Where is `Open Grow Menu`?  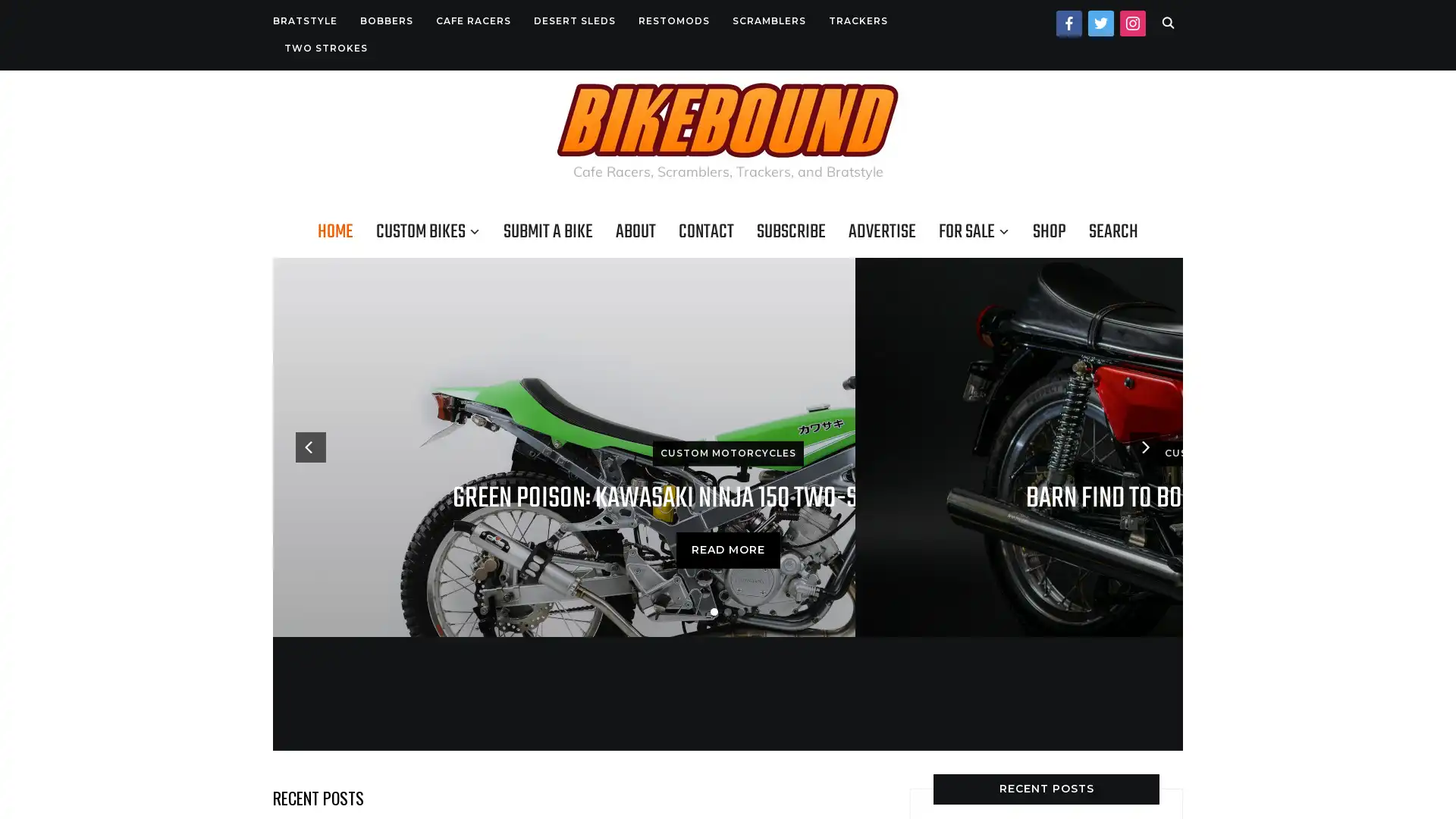
Open Grow Menu is located at coordinates (1425, 788).